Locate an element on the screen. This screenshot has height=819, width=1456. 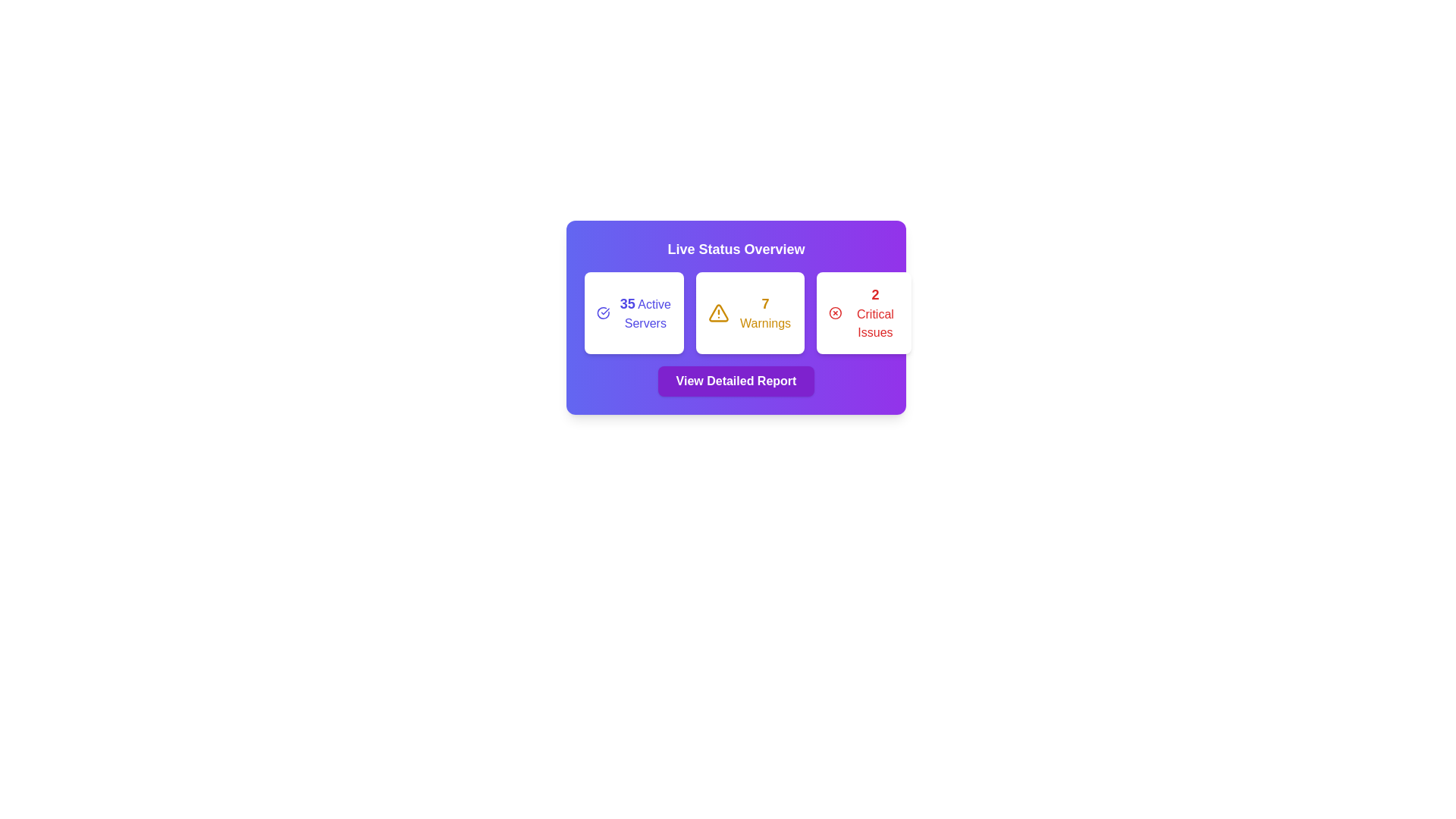
the static text label displaying the count of warnings in the 'Warnings' box, which is slightly left of the box's center is located at coordinates (765, 304).